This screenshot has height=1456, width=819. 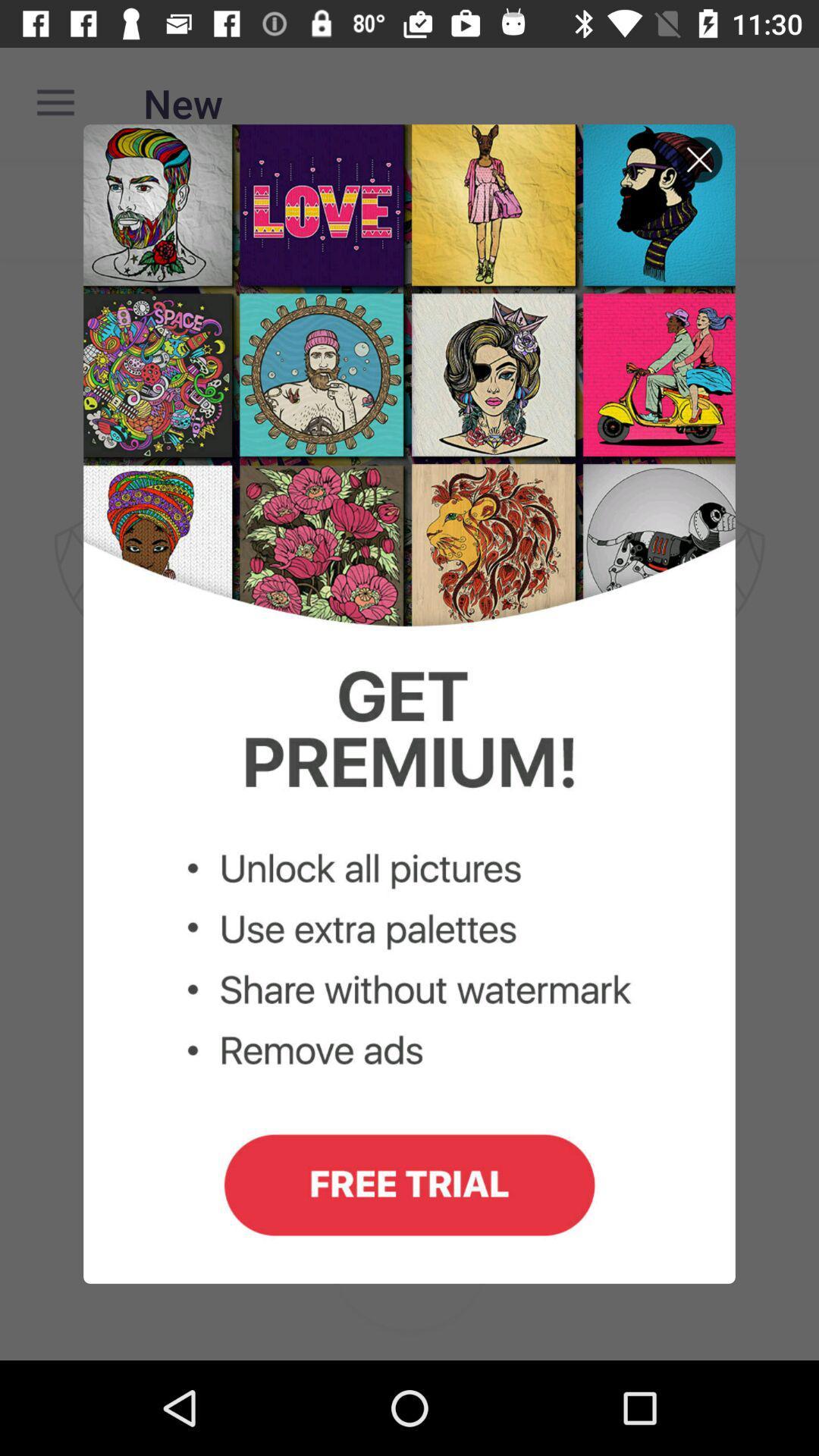 I want to click on get free trial, so click(x=409, y=703).